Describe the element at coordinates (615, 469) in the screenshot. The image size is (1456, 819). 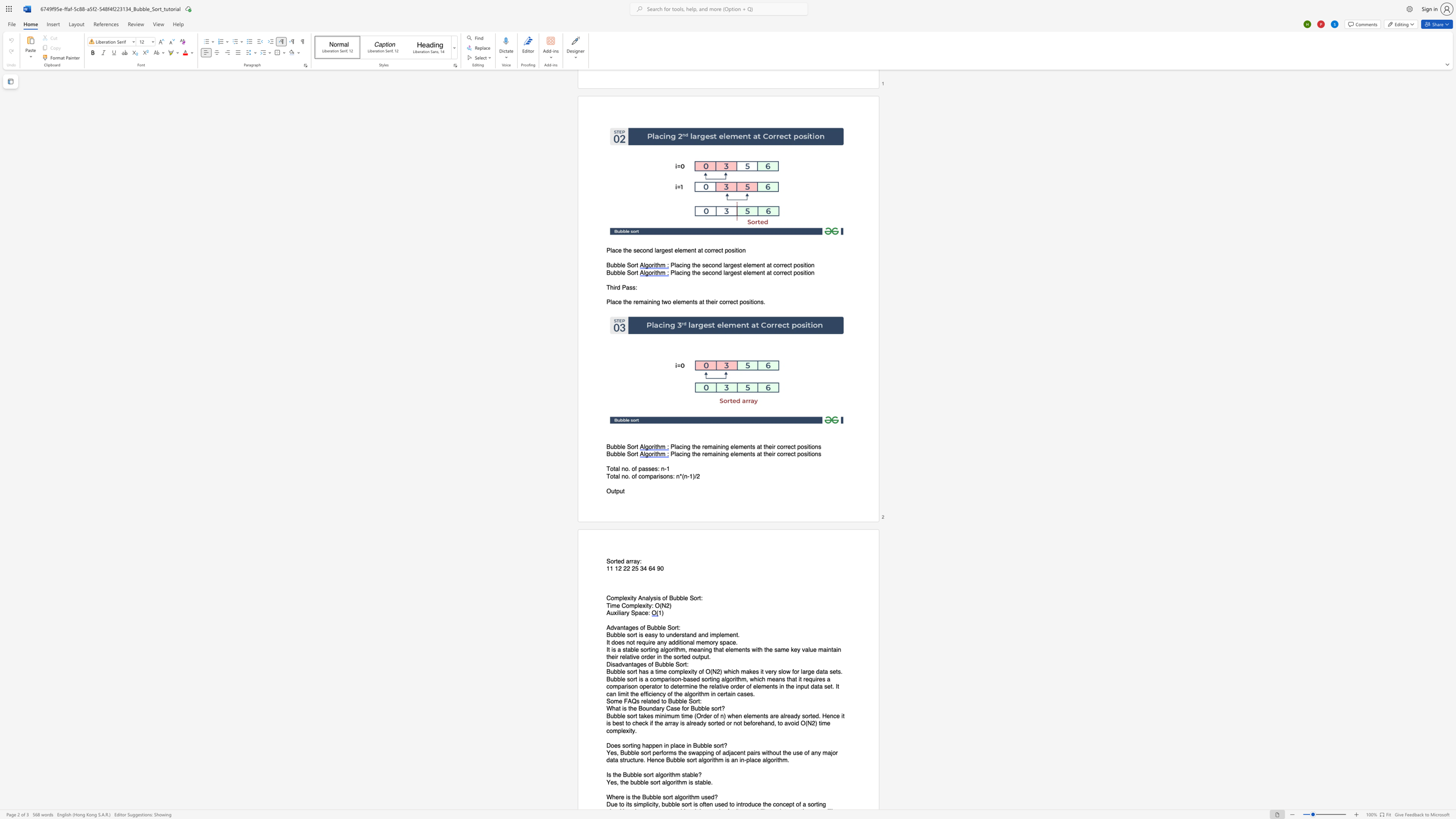
I see `the space between the continuous character "t" and "a" in the text` at that location.